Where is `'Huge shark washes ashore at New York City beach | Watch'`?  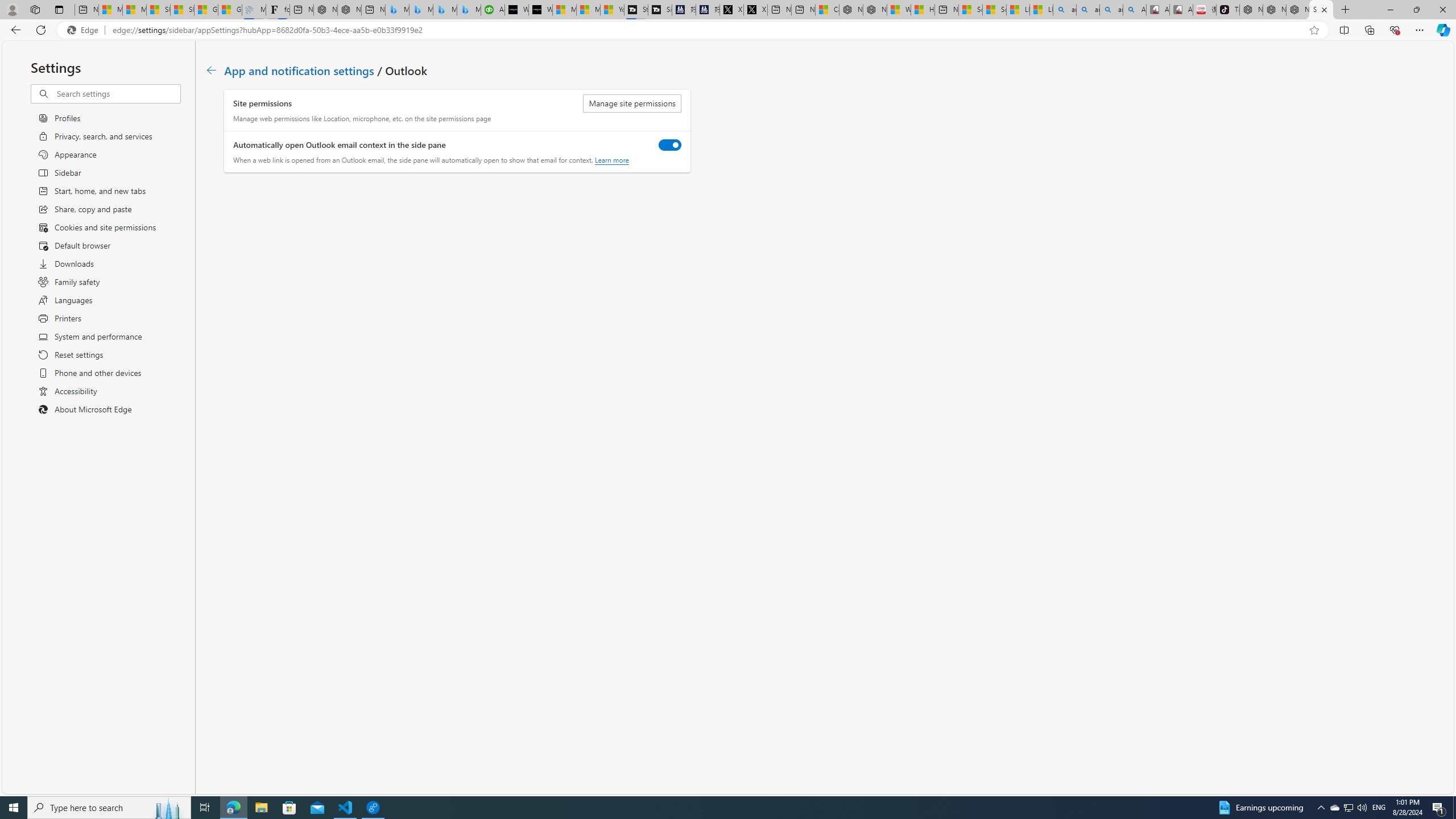
'Huge shark washes ashore at New York City beach | Watch' is located at coordinates (922, 9).